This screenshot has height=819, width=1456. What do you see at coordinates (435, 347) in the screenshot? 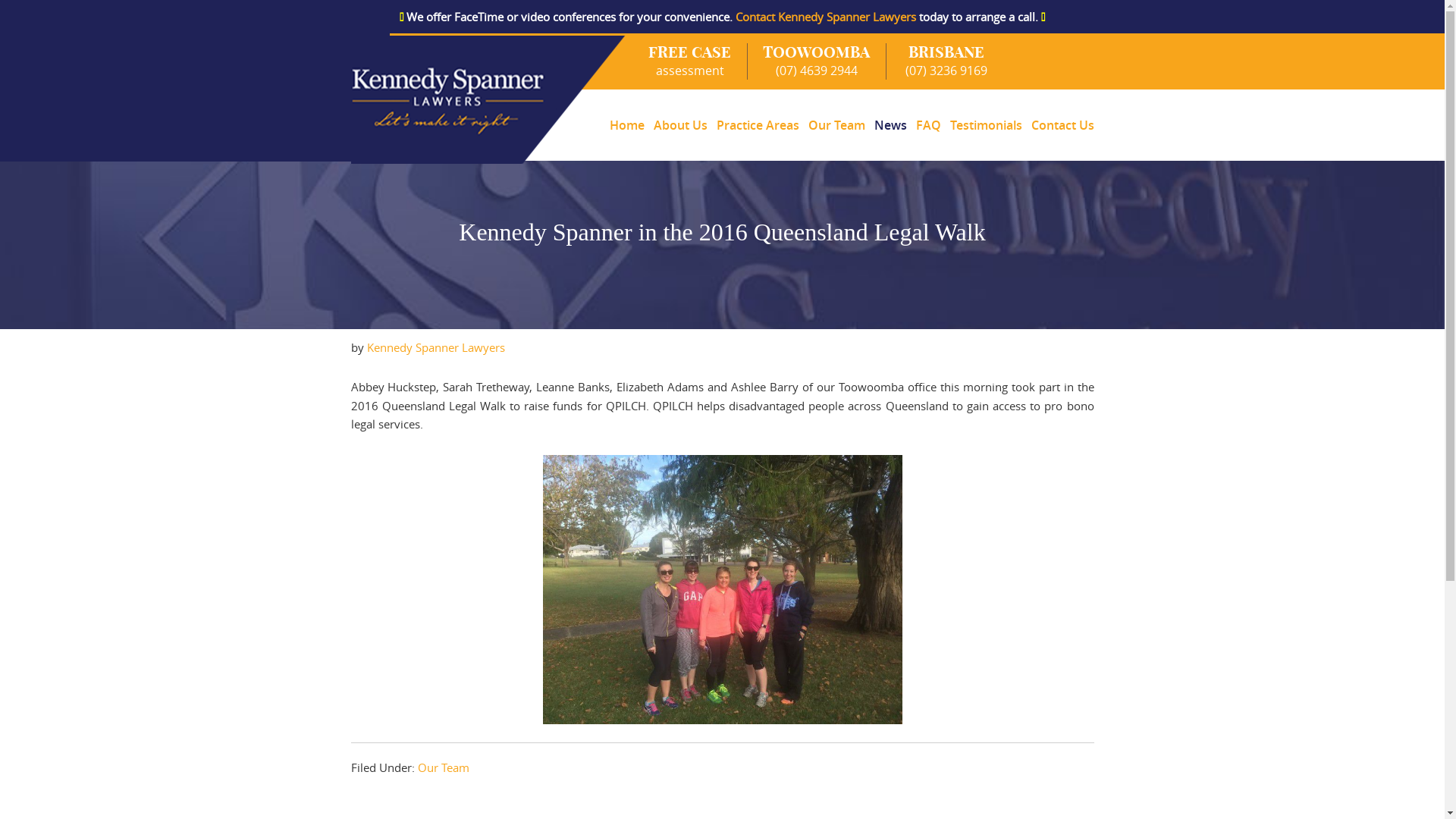
I see `'Kennedy Spanner Lawyers'` at bounding box center [435, 347].